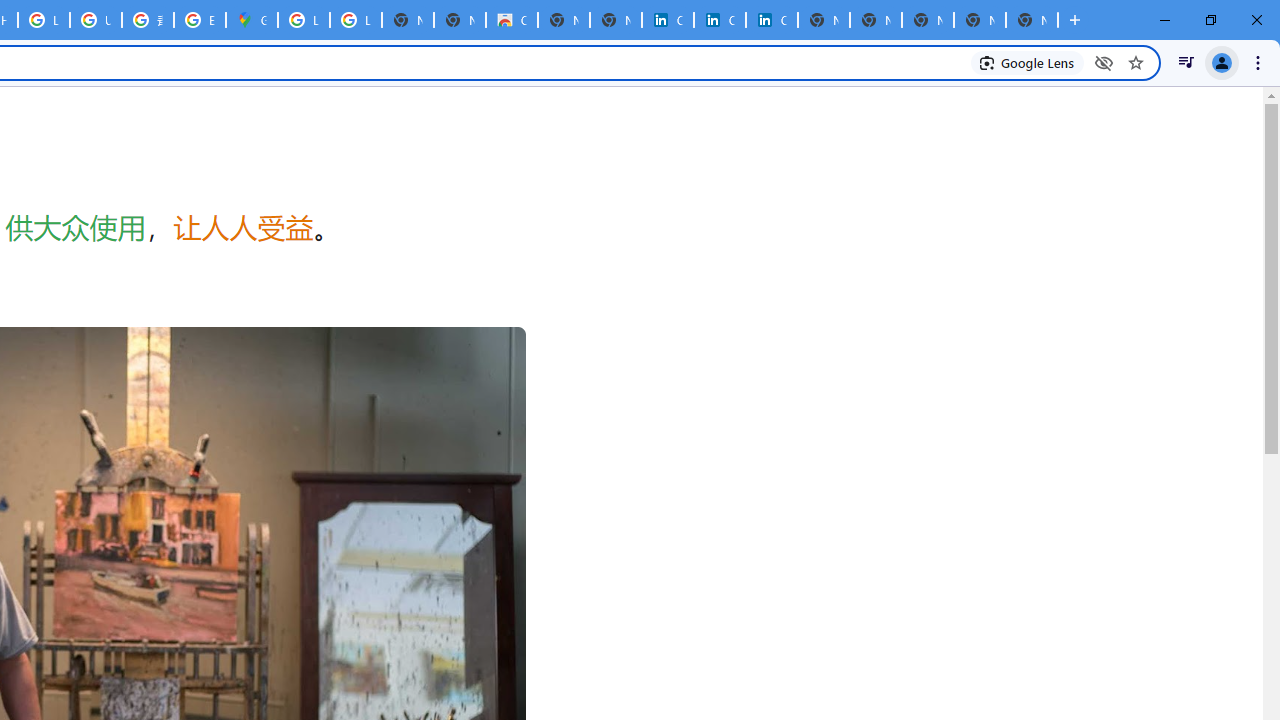 The width and height of the screenshot is (1280, 720). What do you see at coordinates (770, 20) in the screenshot?
I see `'Copyright Policy'` at bounding box center [770, 20].